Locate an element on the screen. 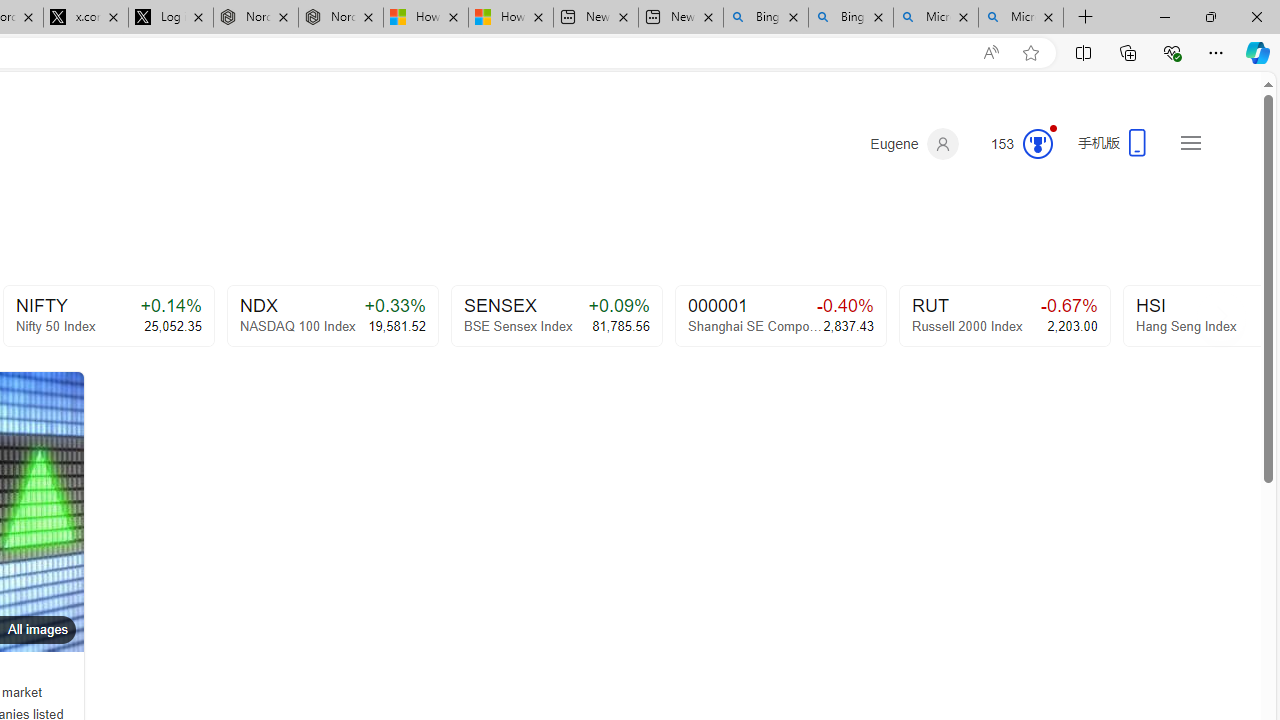  'RUT-0.67%Russell 2000 Index2,203.00' is located at coordinates (1004, 315).